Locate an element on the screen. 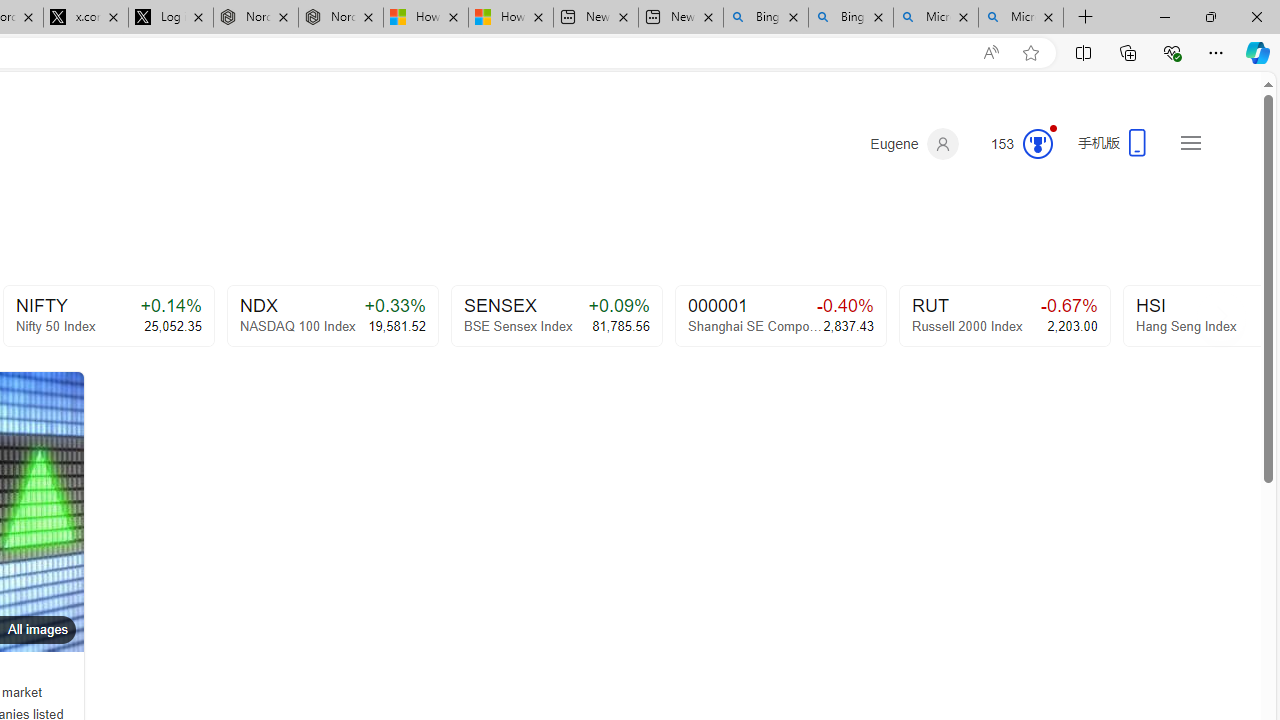  'RUT-0.67%Russell 2000 Index2,203.00' is located at coordinates (1004, 315).